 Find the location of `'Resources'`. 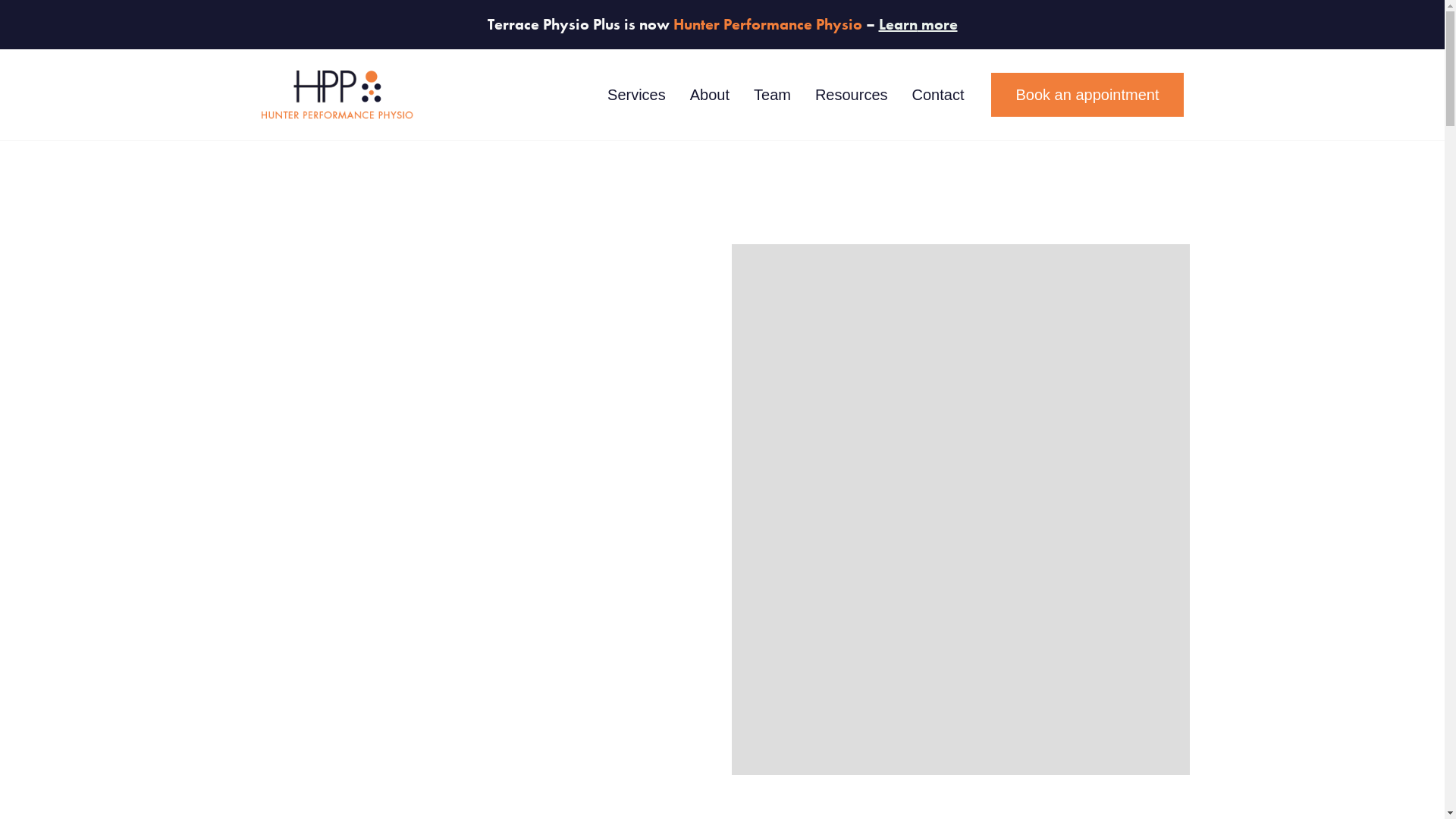

'Resources' is located at coordinates (802, 95).